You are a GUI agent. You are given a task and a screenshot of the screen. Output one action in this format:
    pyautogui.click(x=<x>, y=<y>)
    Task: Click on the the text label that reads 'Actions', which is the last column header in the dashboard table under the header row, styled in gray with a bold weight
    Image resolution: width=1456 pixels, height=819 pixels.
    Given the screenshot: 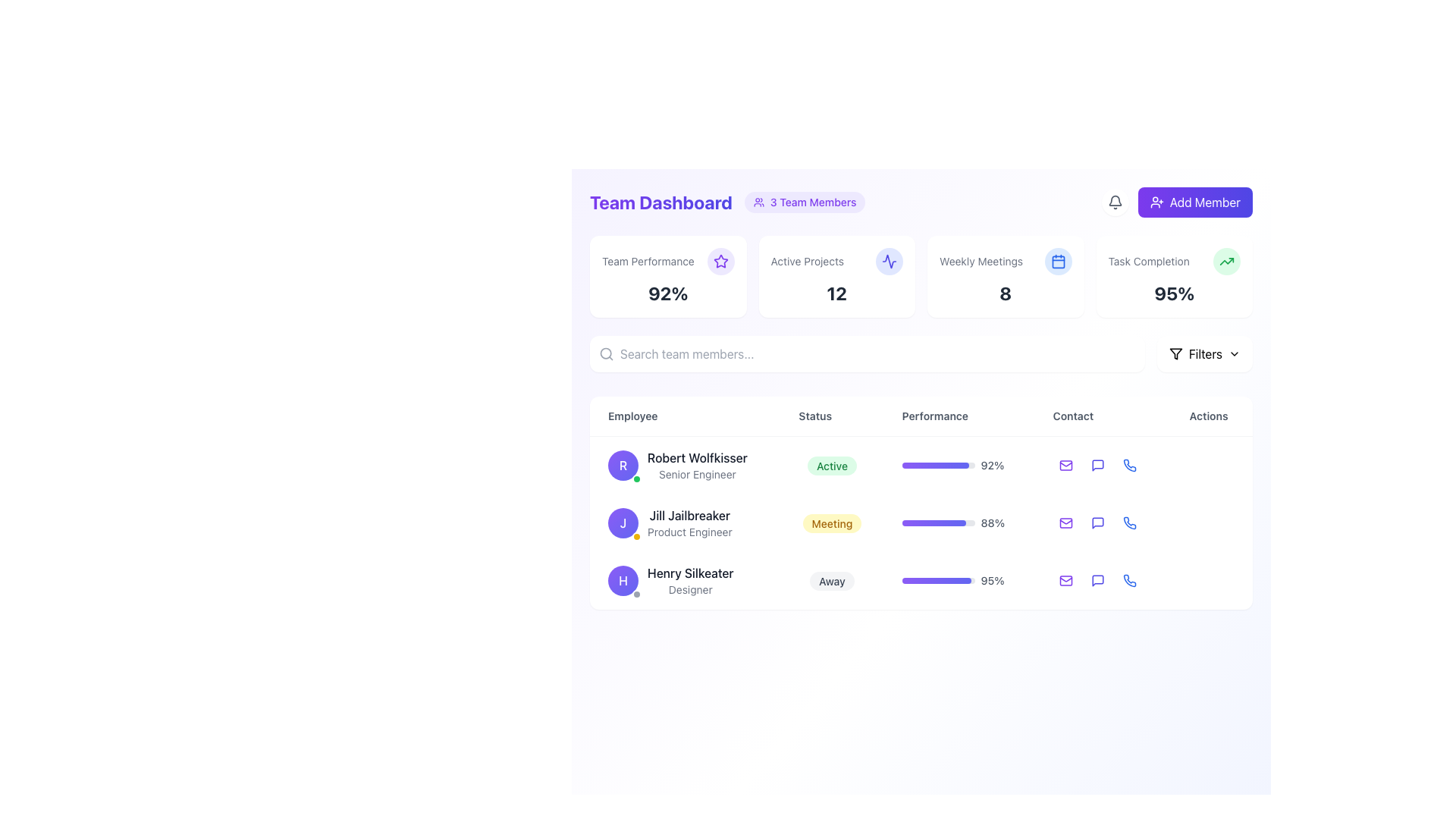 What is the action you would take?
    pyautogui.click(x=1211, y=416)
    